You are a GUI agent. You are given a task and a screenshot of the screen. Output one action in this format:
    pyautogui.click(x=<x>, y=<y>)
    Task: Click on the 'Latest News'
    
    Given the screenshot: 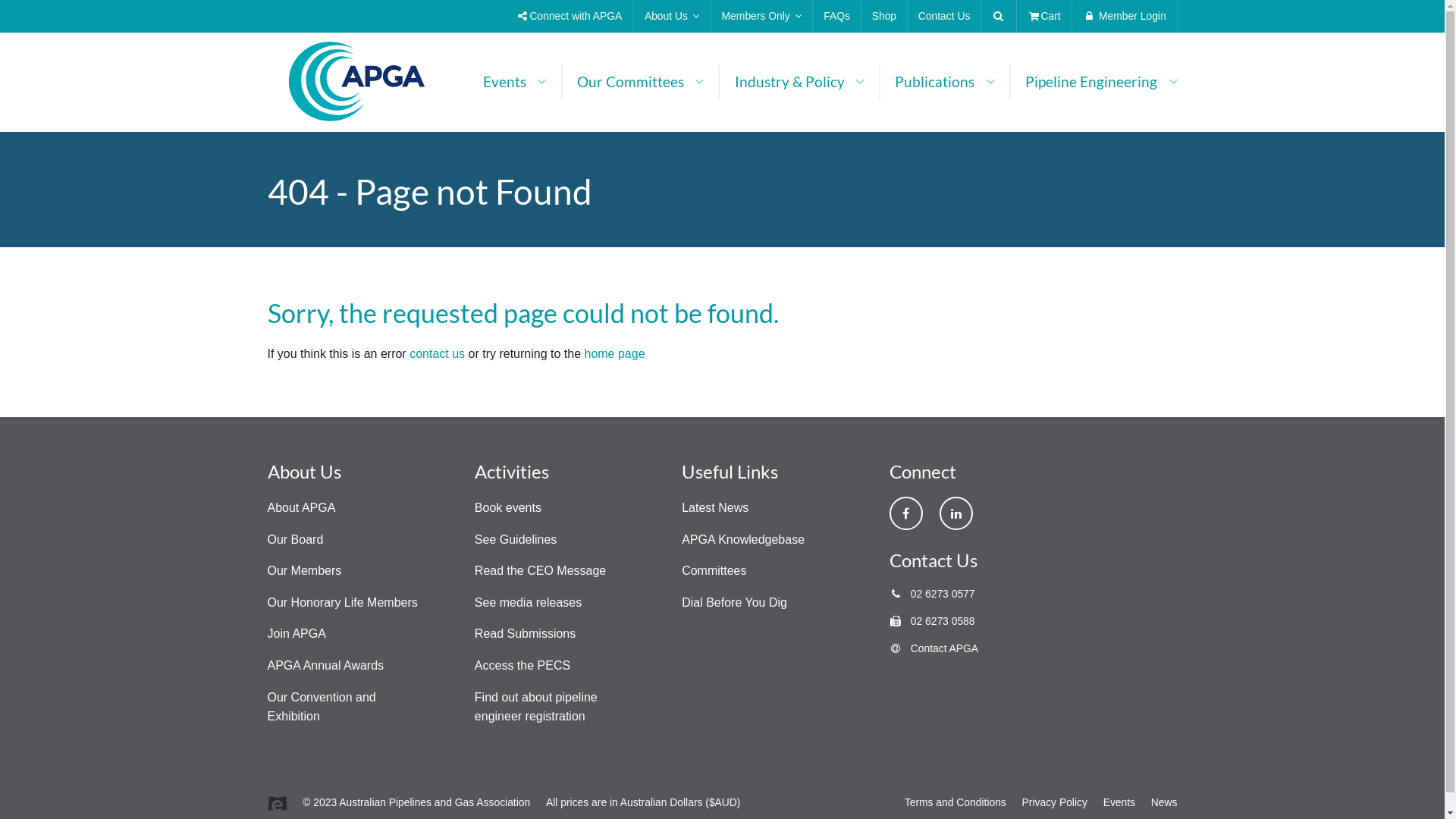 What is the action you would take?
    pyautogui.click(x=680, y=507)
    